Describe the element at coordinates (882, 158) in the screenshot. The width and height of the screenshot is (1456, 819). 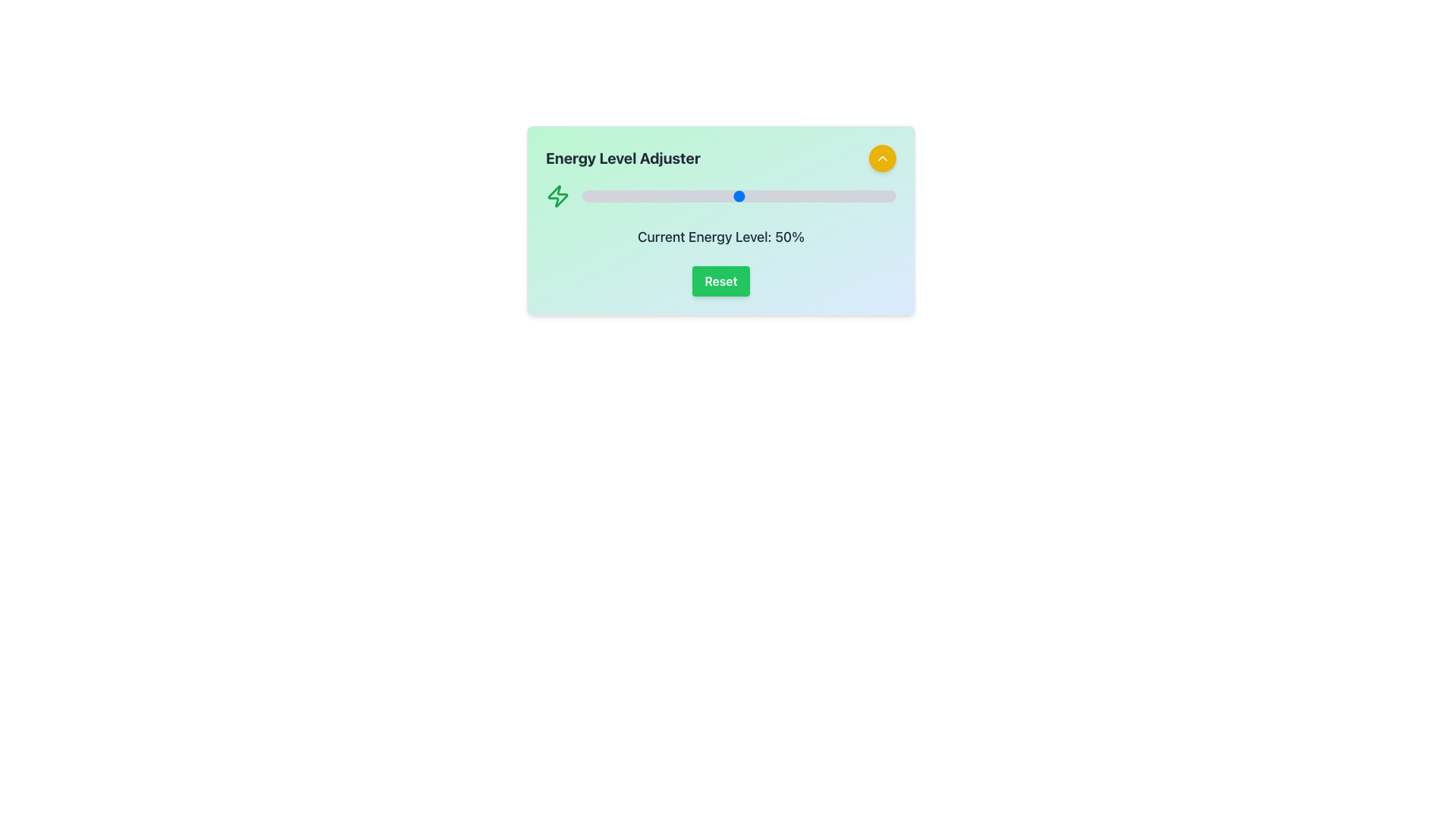
I see `the small upward-pointing chevron icon, which is centered within a circular yellow button at the top-right corner of the card layout` at that location.